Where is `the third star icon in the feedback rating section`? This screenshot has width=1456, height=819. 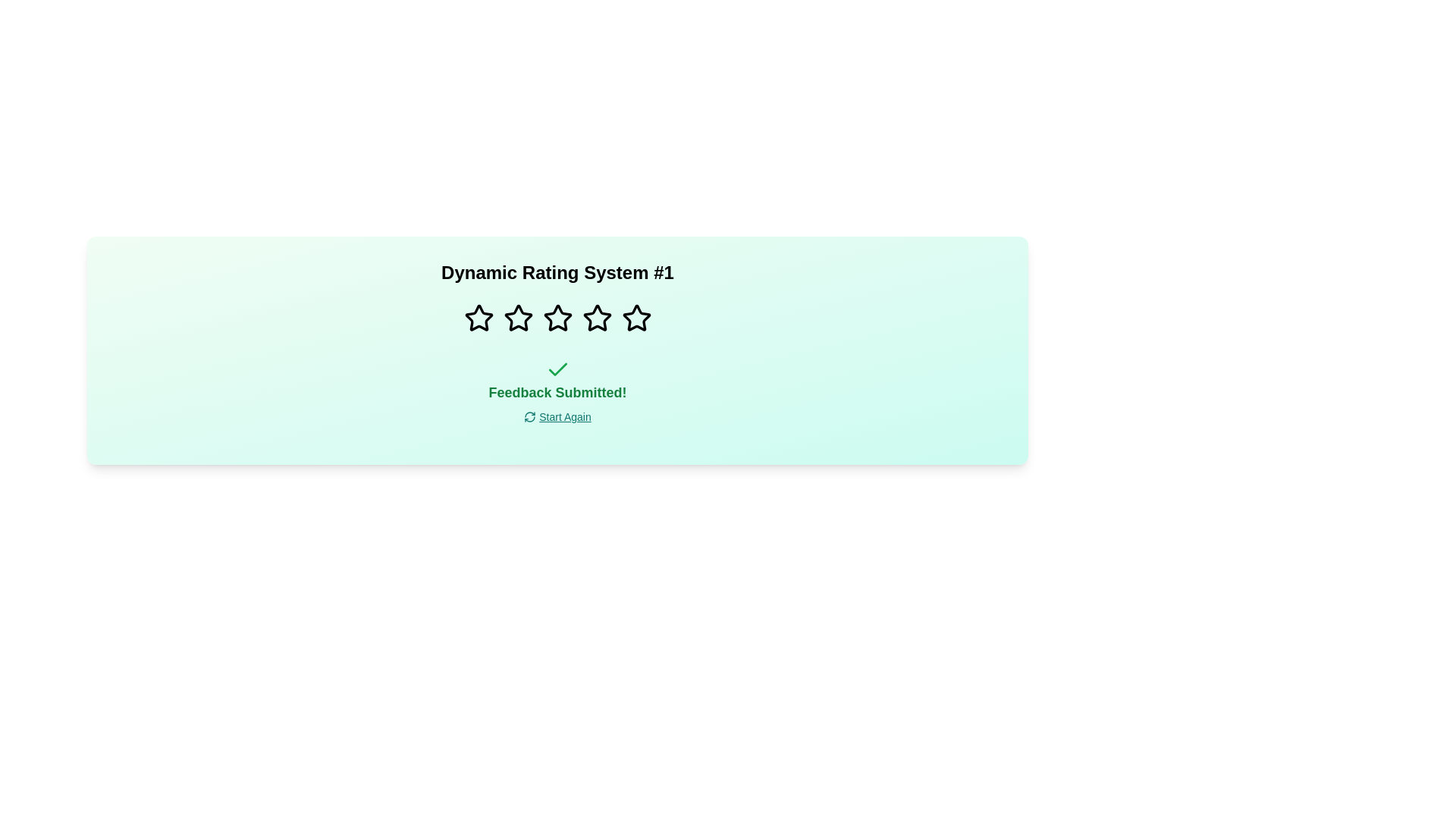
the third star icon in the feedback rating section is located at coordinates (557, 318).